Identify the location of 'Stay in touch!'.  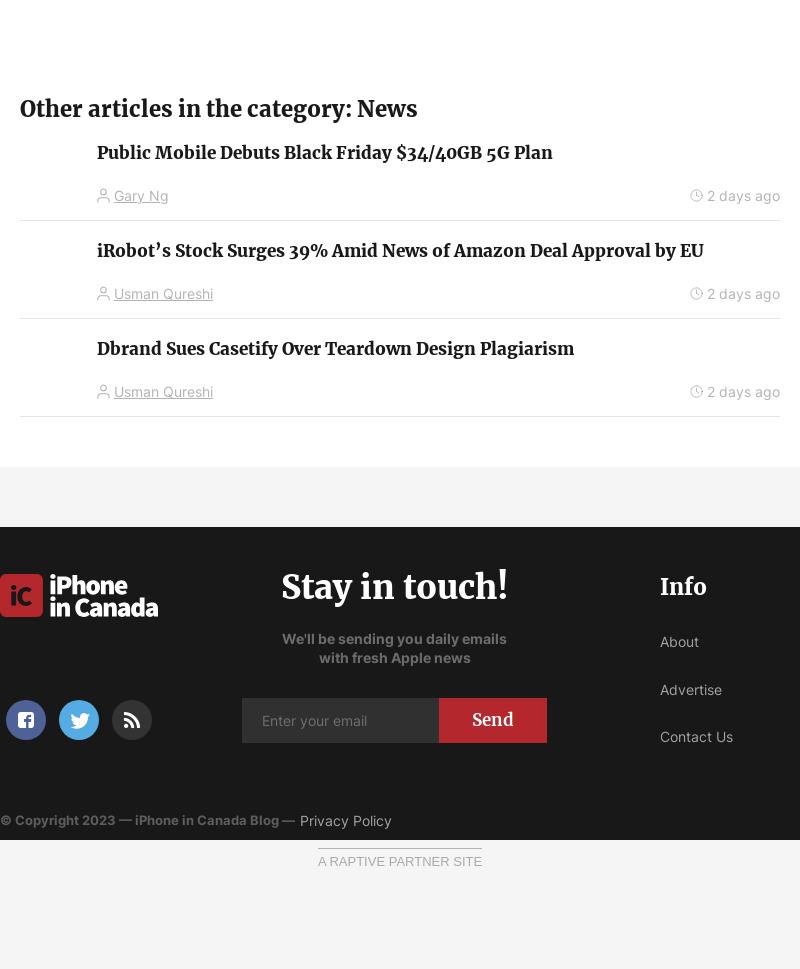
(393, 586).